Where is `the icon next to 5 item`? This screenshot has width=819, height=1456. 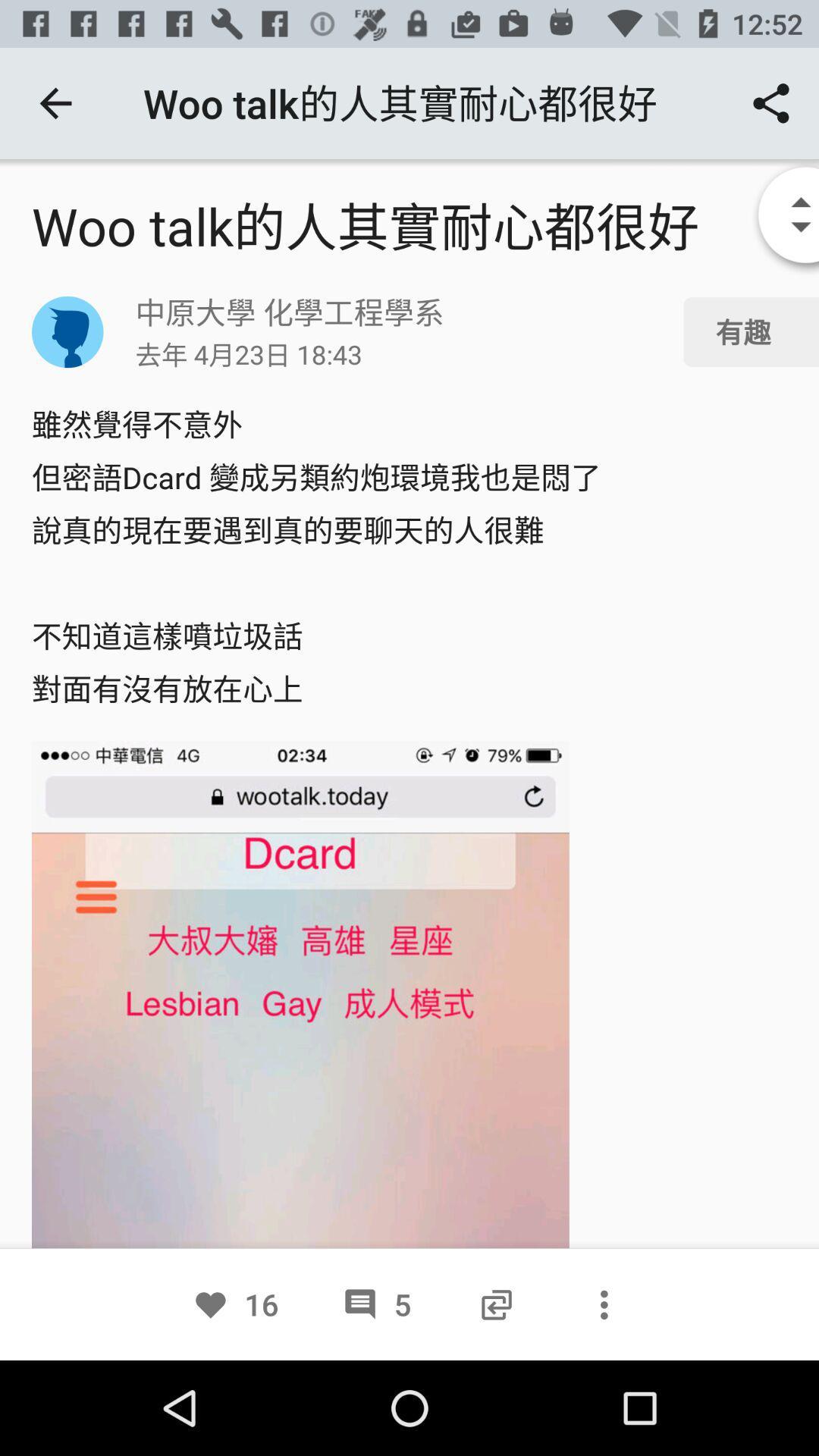
the icon next to 5 item is located at coordinates (497, 1304).